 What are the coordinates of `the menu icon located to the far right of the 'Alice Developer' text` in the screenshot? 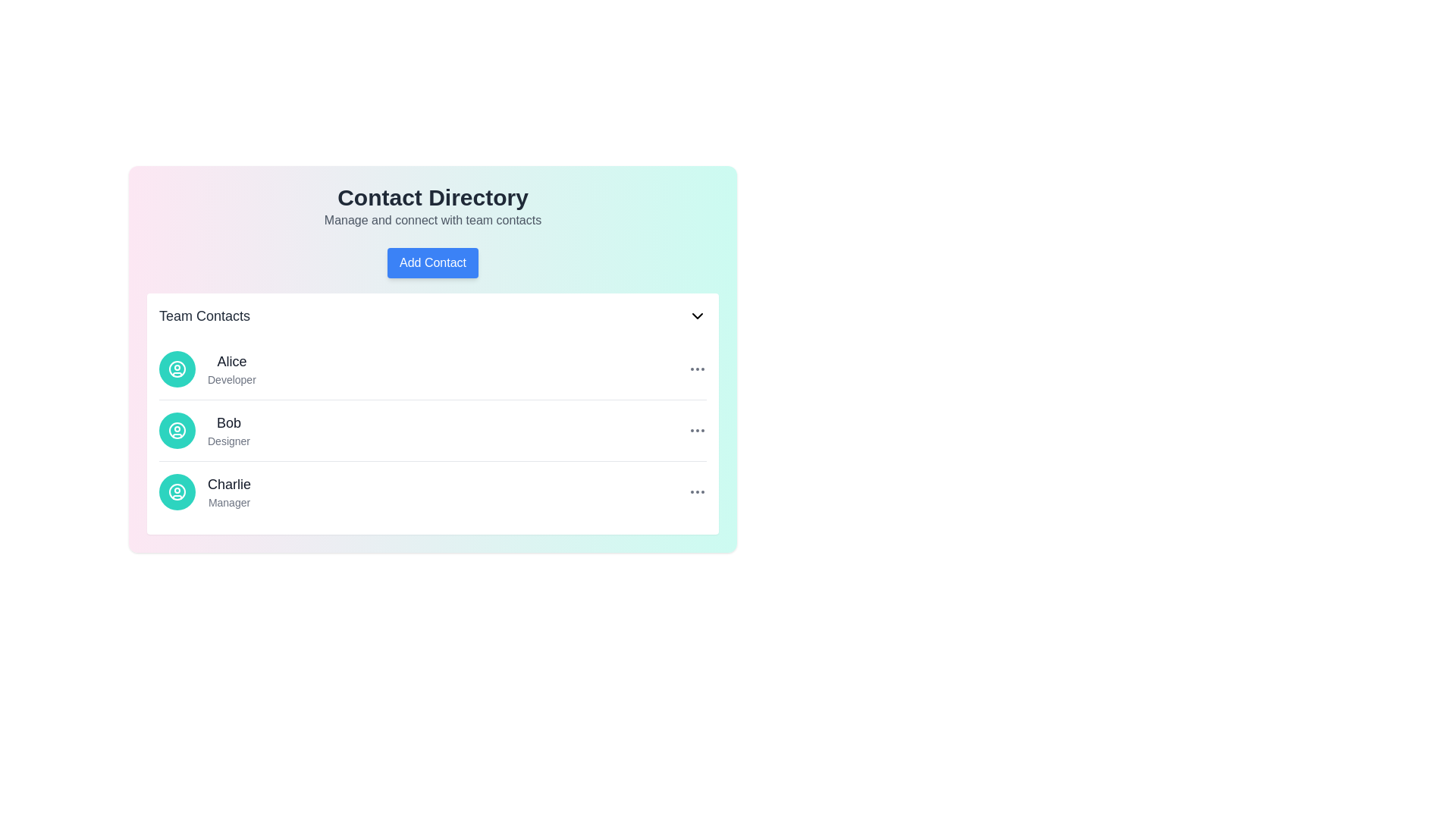 It's located at (697, 369).